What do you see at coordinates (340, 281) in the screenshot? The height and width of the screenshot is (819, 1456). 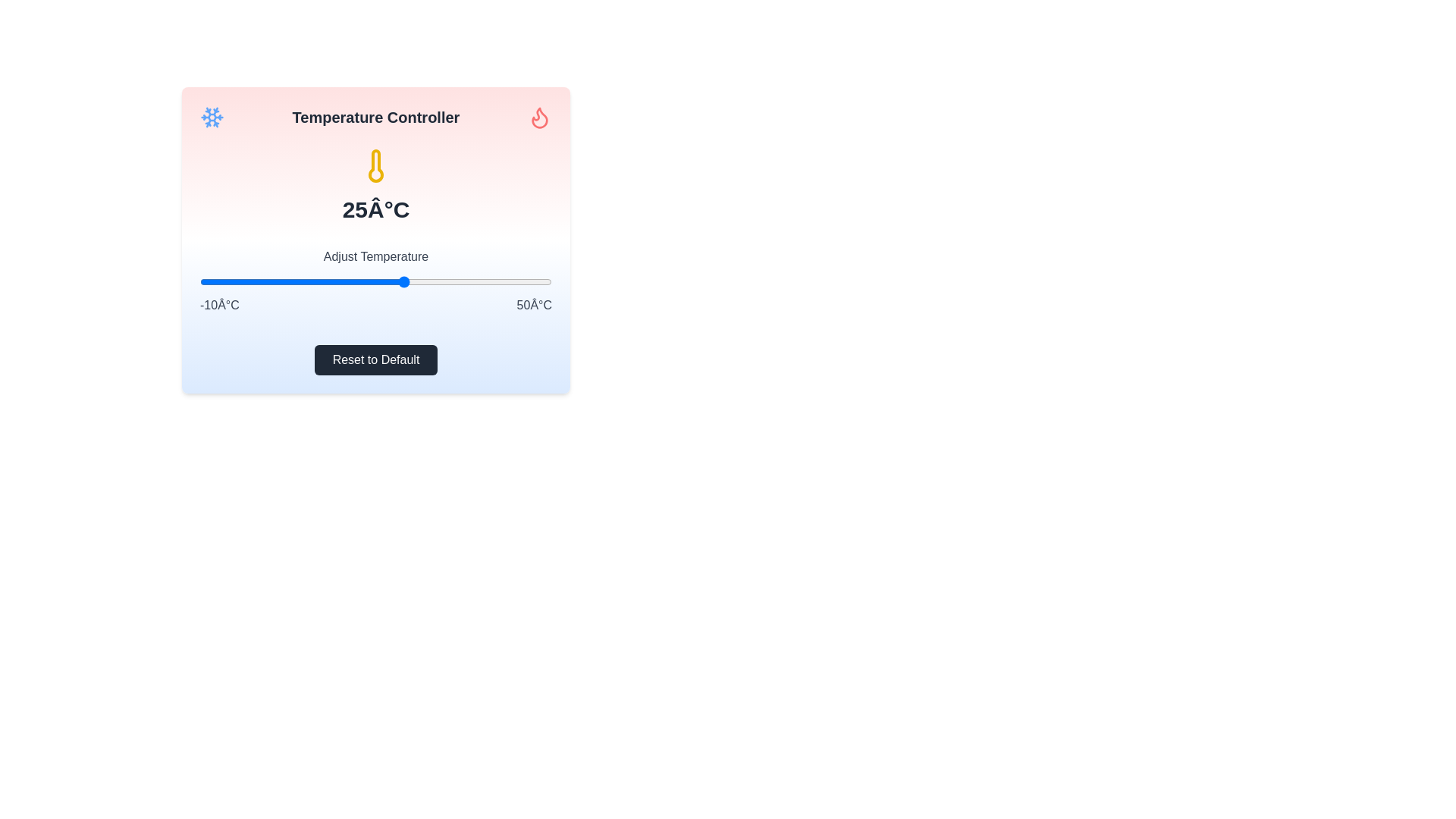 I see `the temperature slider to set the temperature to 14°C` at bounding box center [340, 281].